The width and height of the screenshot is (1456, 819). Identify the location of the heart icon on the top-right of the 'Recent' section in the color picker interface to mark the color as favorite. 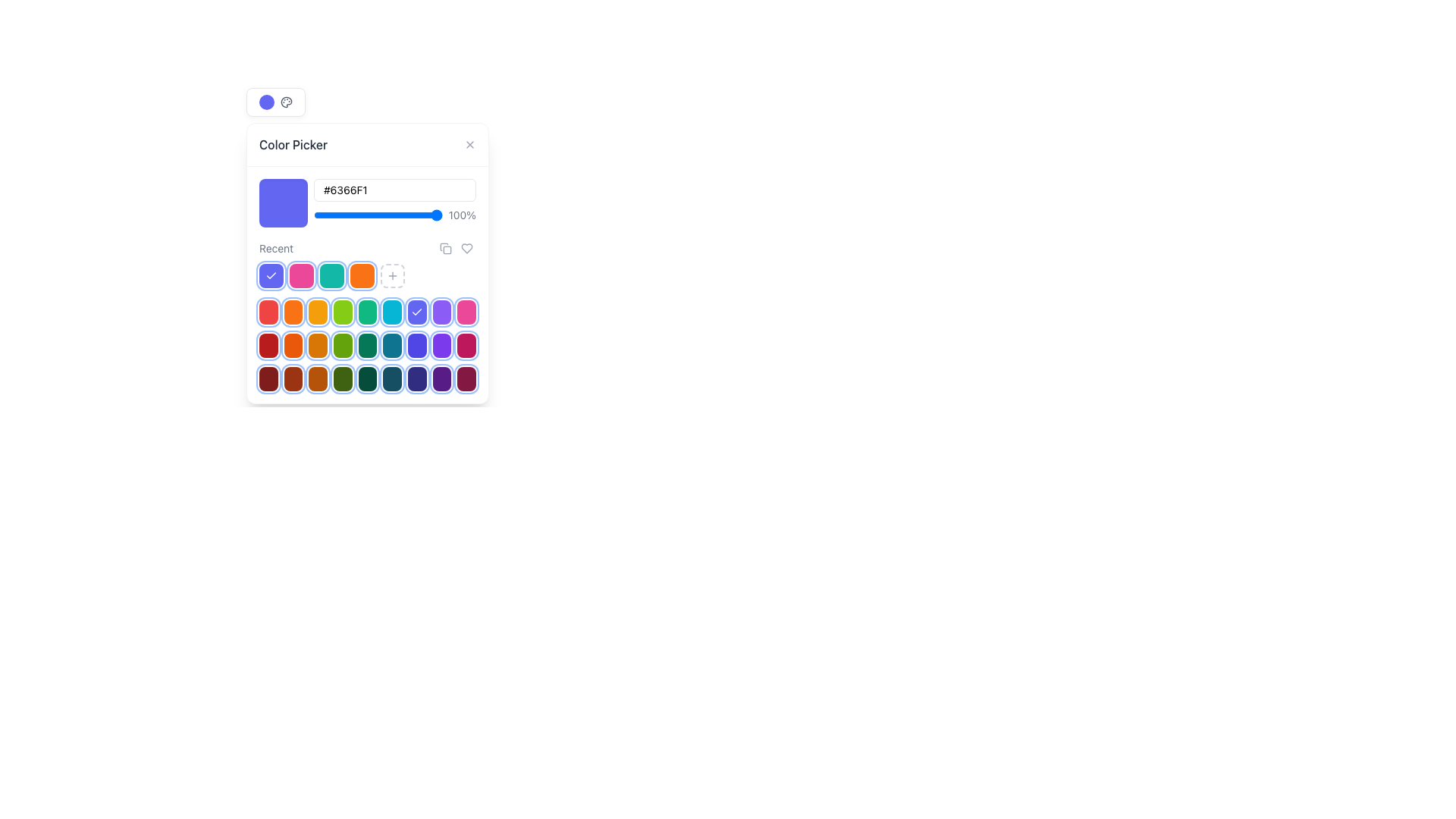
(455, 247).